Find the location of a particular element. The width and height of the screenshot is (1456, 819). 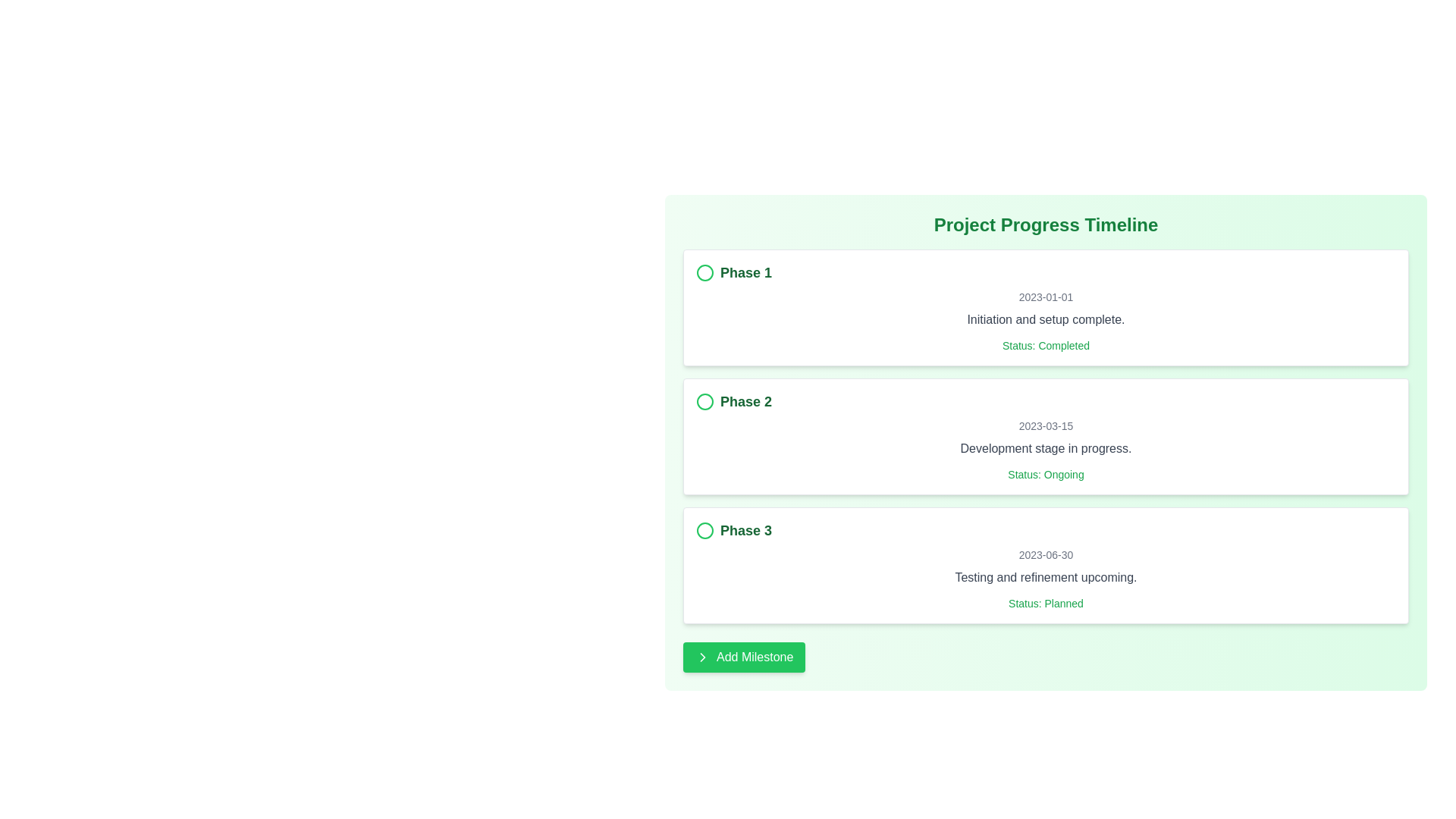

the status indicator icon associated with the 'Phase 3' milestone located to the left of the 'Phase 3' label in the project progress timeline is located at coordinates (704, 529).